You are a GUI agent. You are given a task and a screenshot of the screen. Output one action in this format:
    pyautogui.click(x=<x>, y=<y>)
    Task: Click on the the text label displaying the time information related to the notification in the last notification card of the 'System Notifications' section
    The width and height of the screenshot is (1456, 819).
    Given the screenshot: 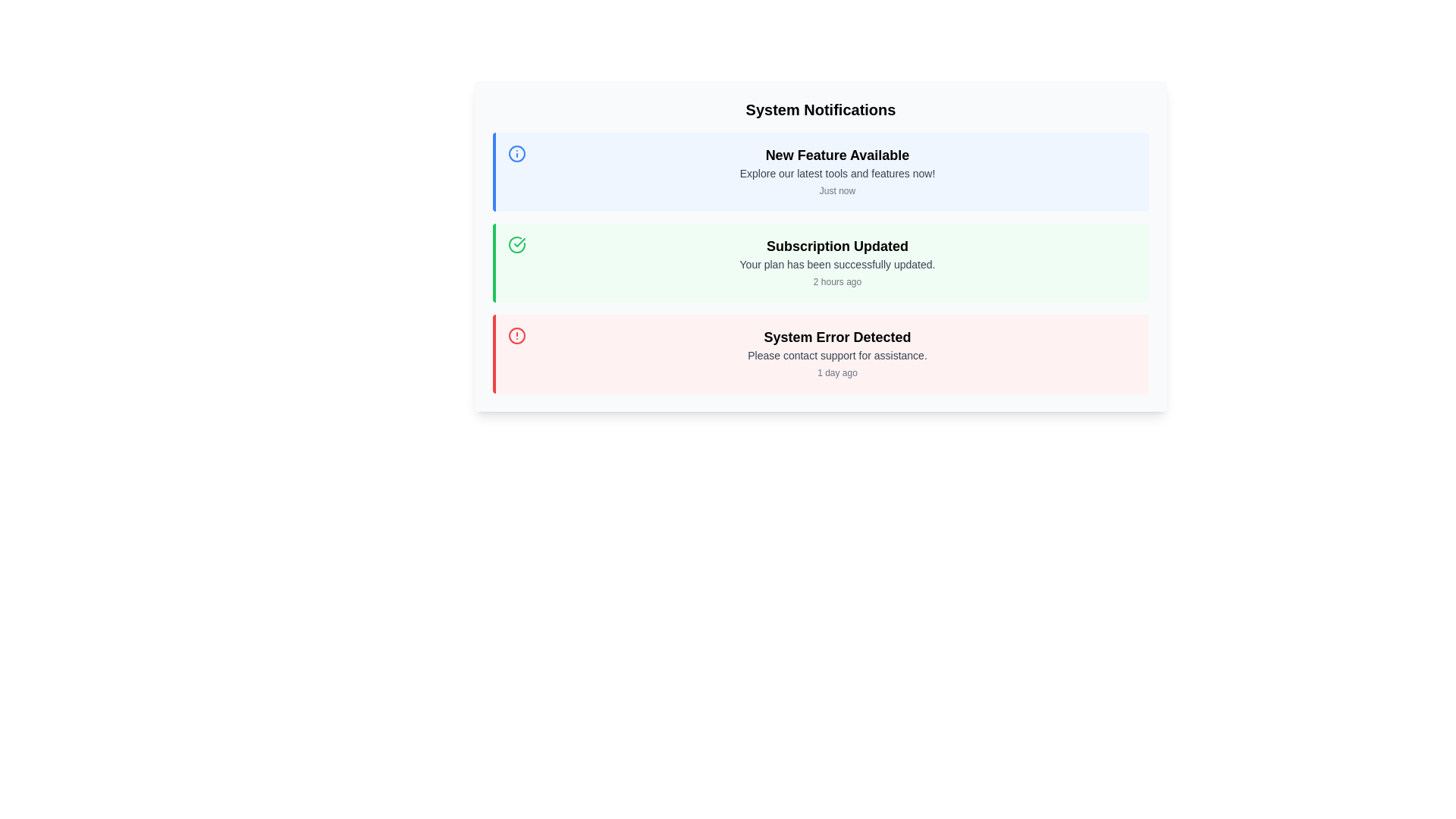 What is the action you would take?
    pyautogui.click(x=836, y=373)
    